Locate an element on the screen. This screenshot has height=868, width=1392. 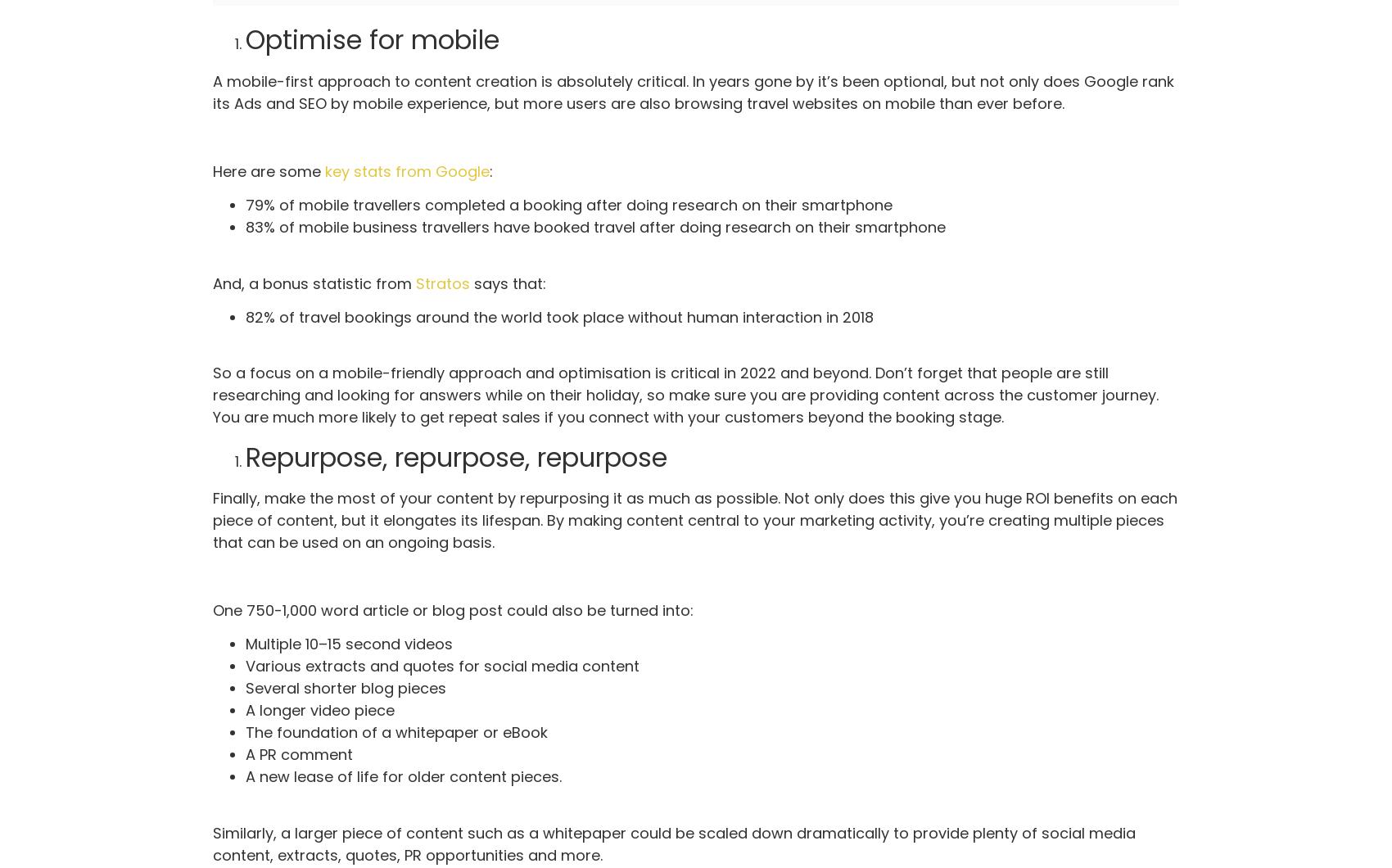
'A mobile-first approach to content creation is absolutely critical. In years gone by it’s been optional, but not only does Google rank its Ads and SEO by mobile experience, but more users are also browsing' is located at coordinates (692, 92).